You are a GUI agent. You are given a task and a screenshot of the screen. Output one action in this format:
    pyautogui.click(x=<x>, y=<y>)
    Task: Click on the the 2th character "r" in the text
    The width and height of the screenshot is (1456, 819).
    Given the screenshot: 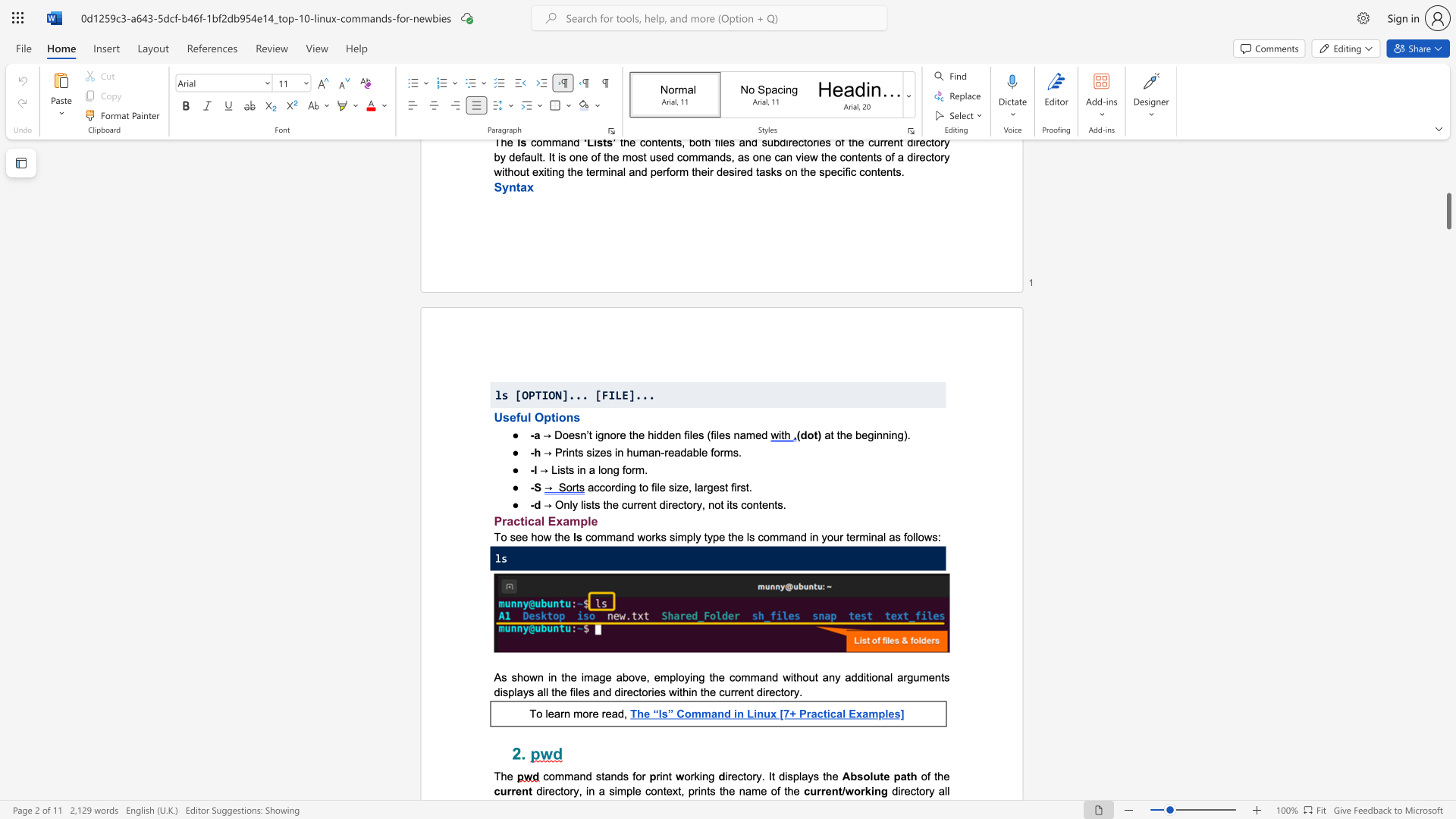 What is the action you would take?
    pyautogui.click(x=589, y=714)
    